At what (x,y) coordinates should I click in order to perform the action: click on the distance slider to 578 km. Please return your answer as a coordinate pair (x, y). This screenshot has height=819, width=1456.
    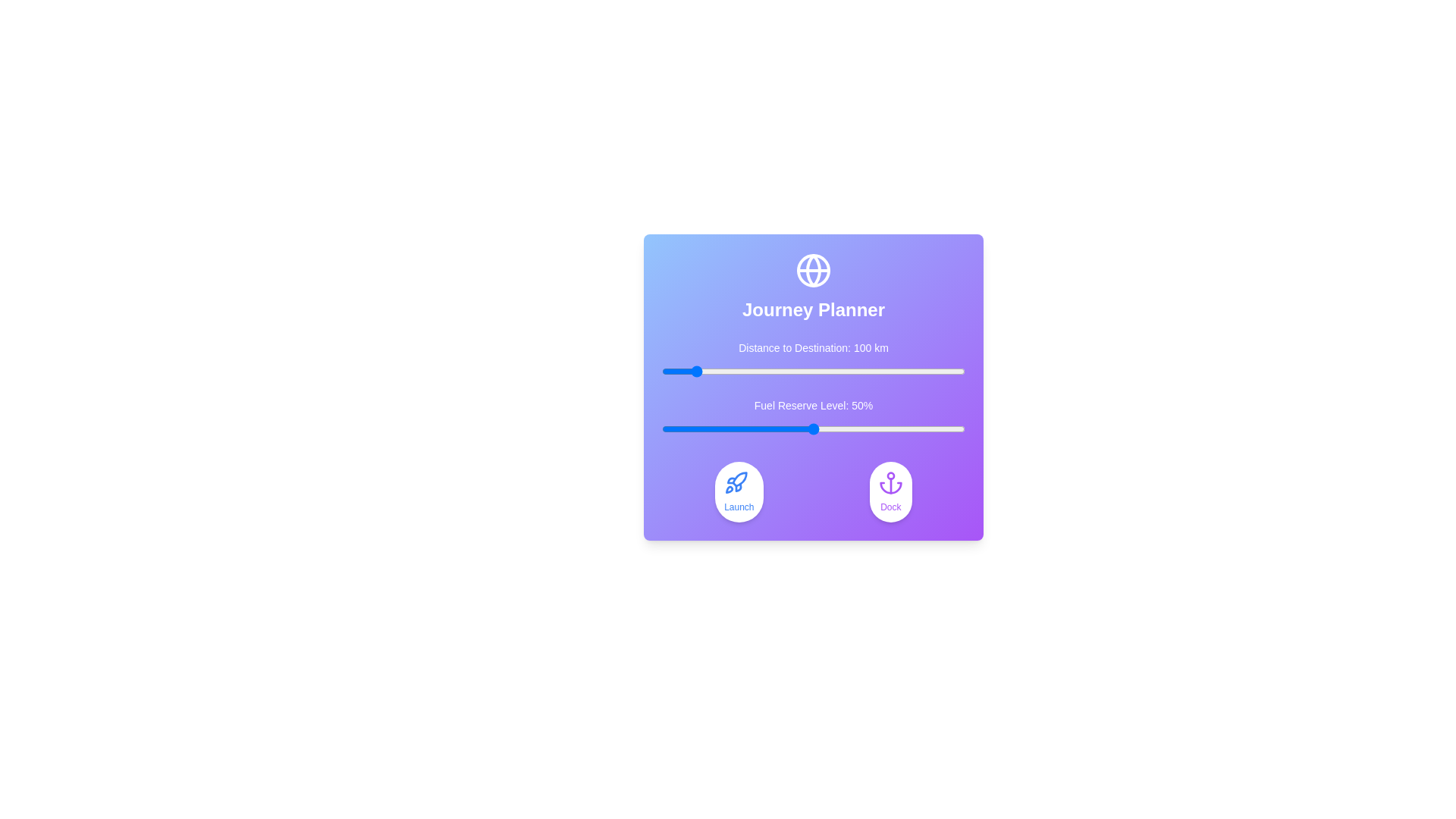
    Looking at the image, I should click on (836, 371).